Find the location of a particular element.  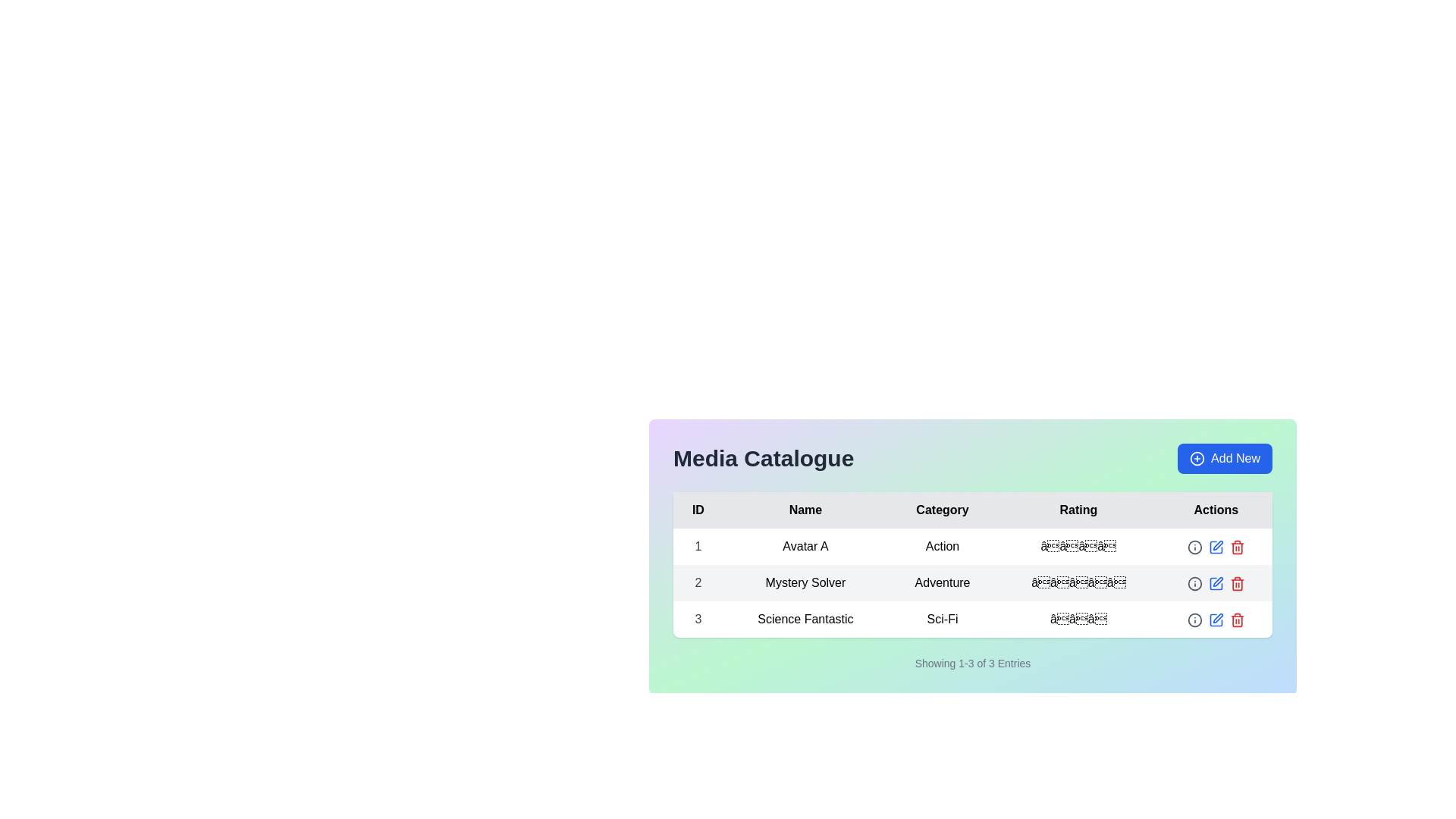

the delete icon button located in the 'Actions' column of the second row in the table is located at coordinates (1237, 582).